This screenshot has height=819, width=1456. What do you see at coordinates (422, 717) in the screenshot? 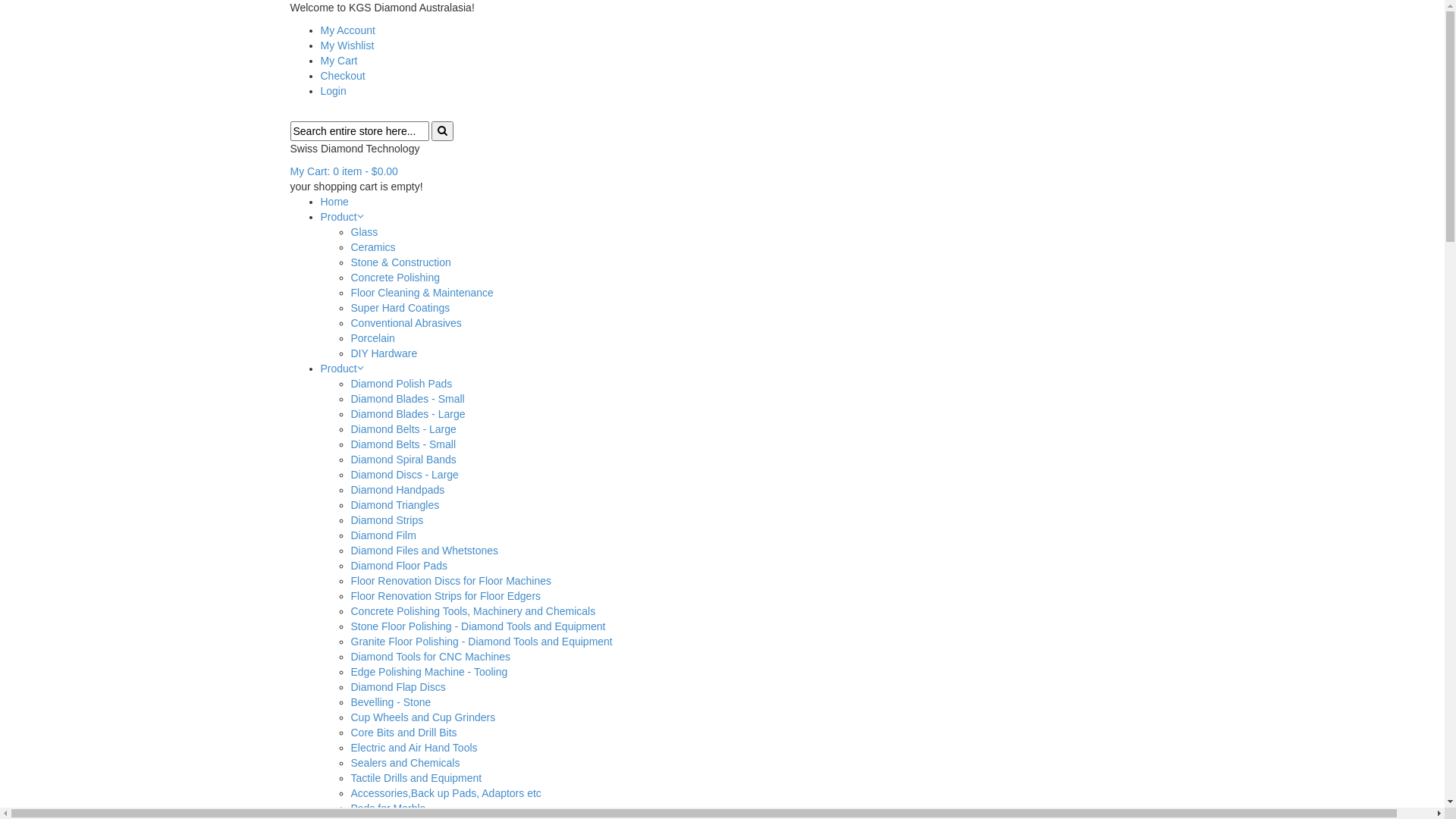
I see `'Cup Wheels and Cup Grinders'` at bounding box center [422, 717].